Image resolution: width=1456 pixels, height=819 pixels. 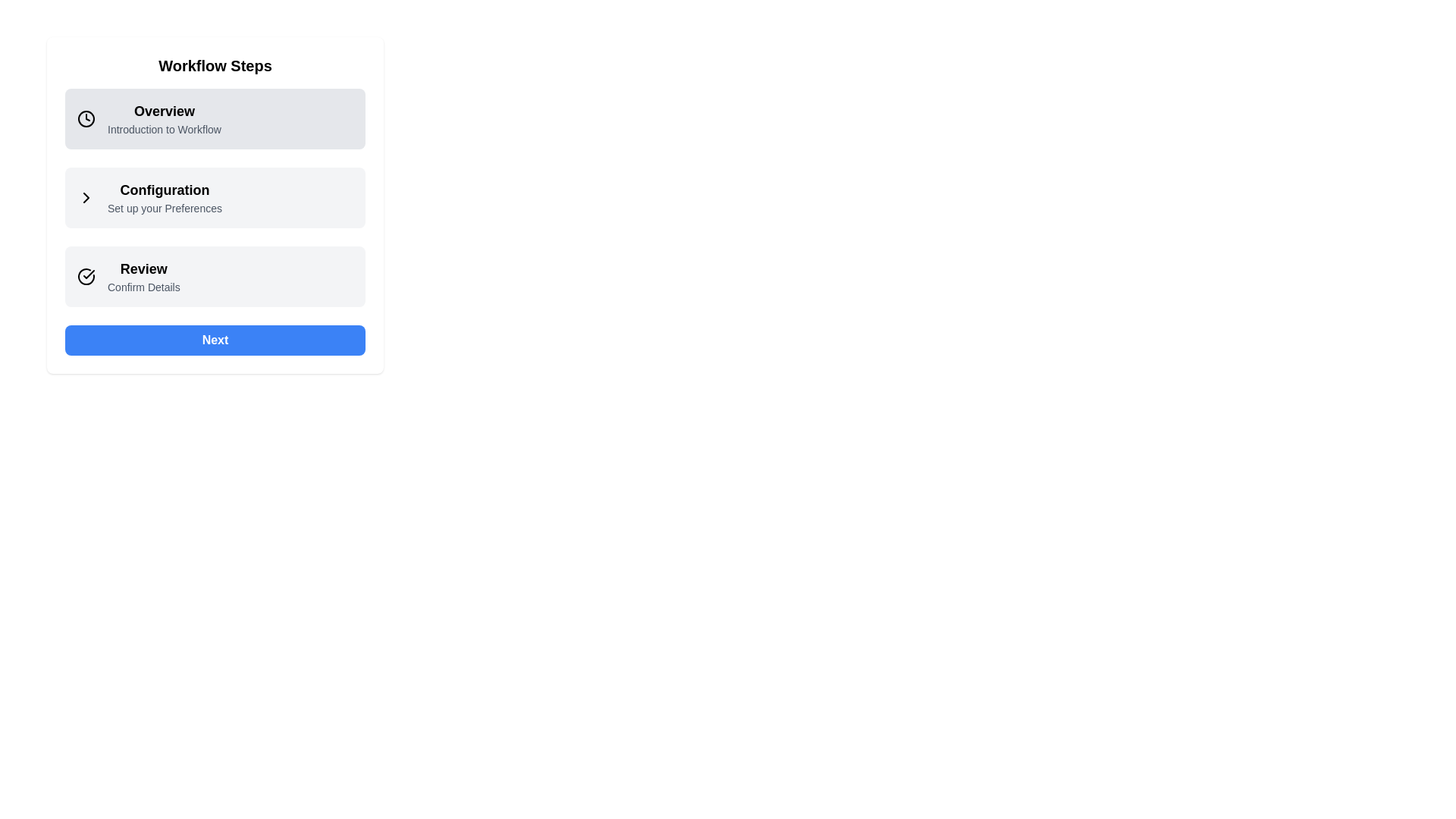 What do you see at coordinates (86, 197) in the screenshot?
I see `the rightward-pointing arrow icon indicating the active 'Configuration' step in the workflow navigation` at bounding box center [86, 197].